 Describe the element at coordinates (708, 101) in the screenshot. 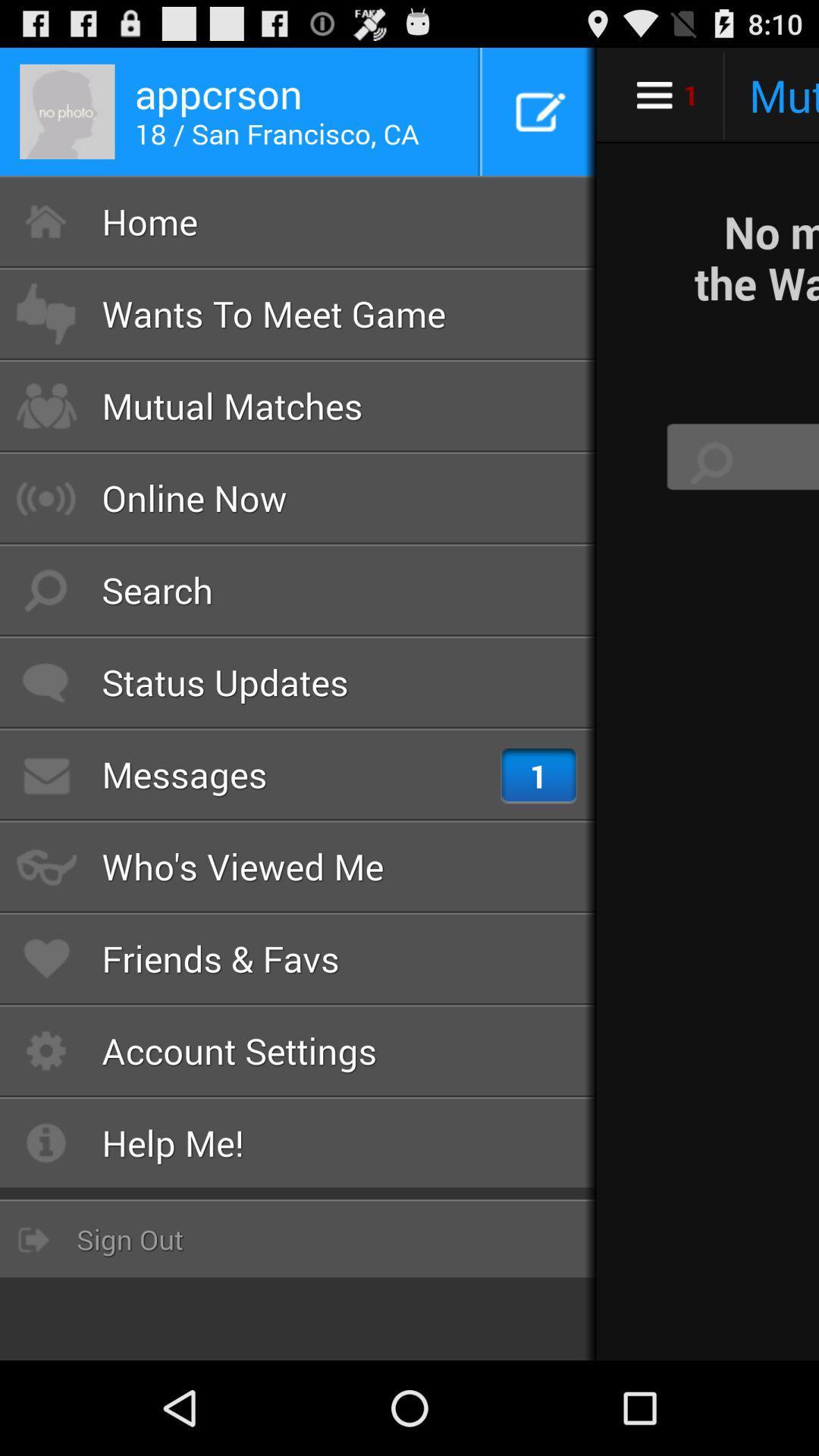

I see `the cart icon` at that location.